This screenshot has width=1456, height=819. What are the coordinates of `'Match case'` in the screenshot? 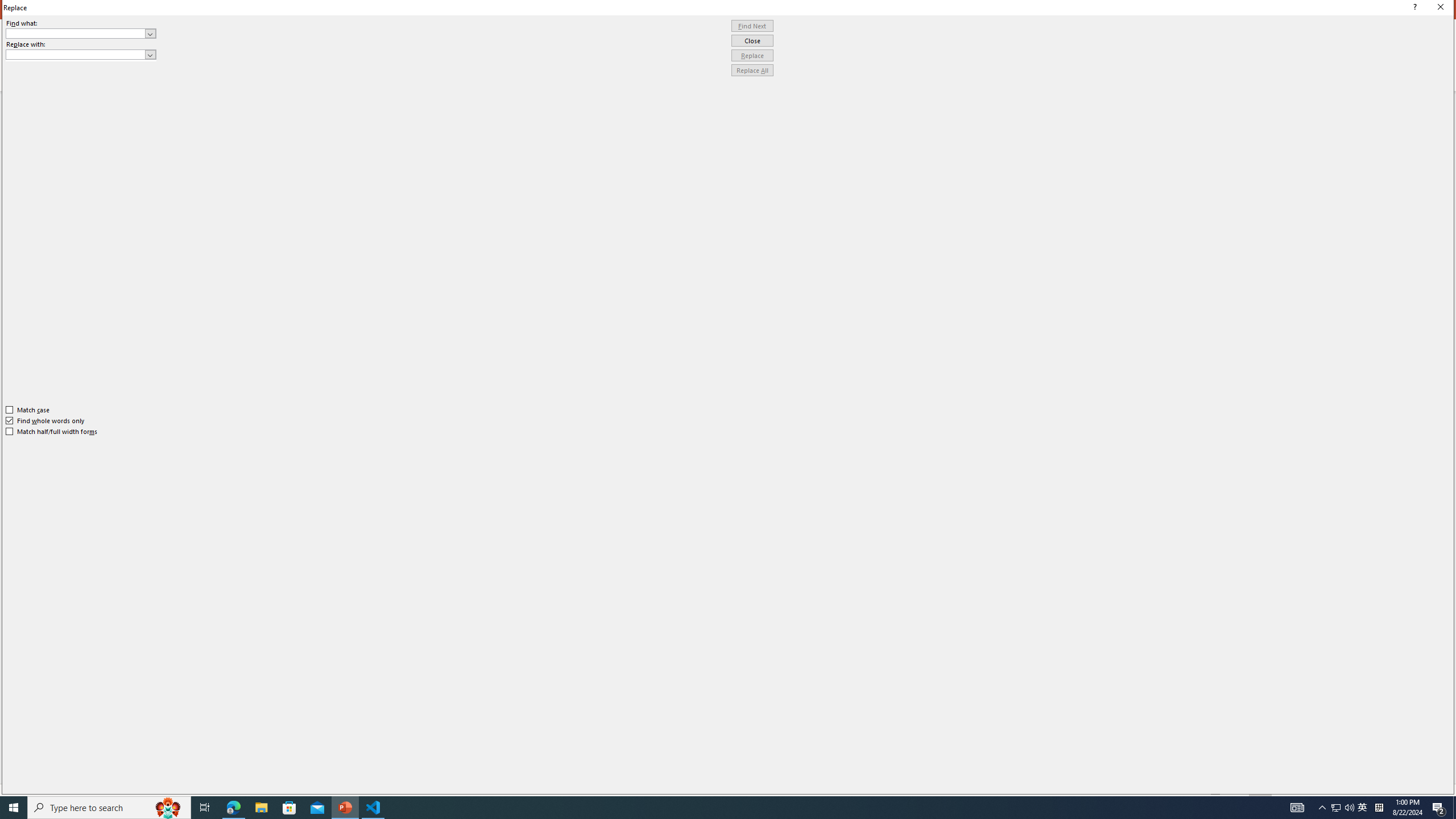 It's located at (27, 409).